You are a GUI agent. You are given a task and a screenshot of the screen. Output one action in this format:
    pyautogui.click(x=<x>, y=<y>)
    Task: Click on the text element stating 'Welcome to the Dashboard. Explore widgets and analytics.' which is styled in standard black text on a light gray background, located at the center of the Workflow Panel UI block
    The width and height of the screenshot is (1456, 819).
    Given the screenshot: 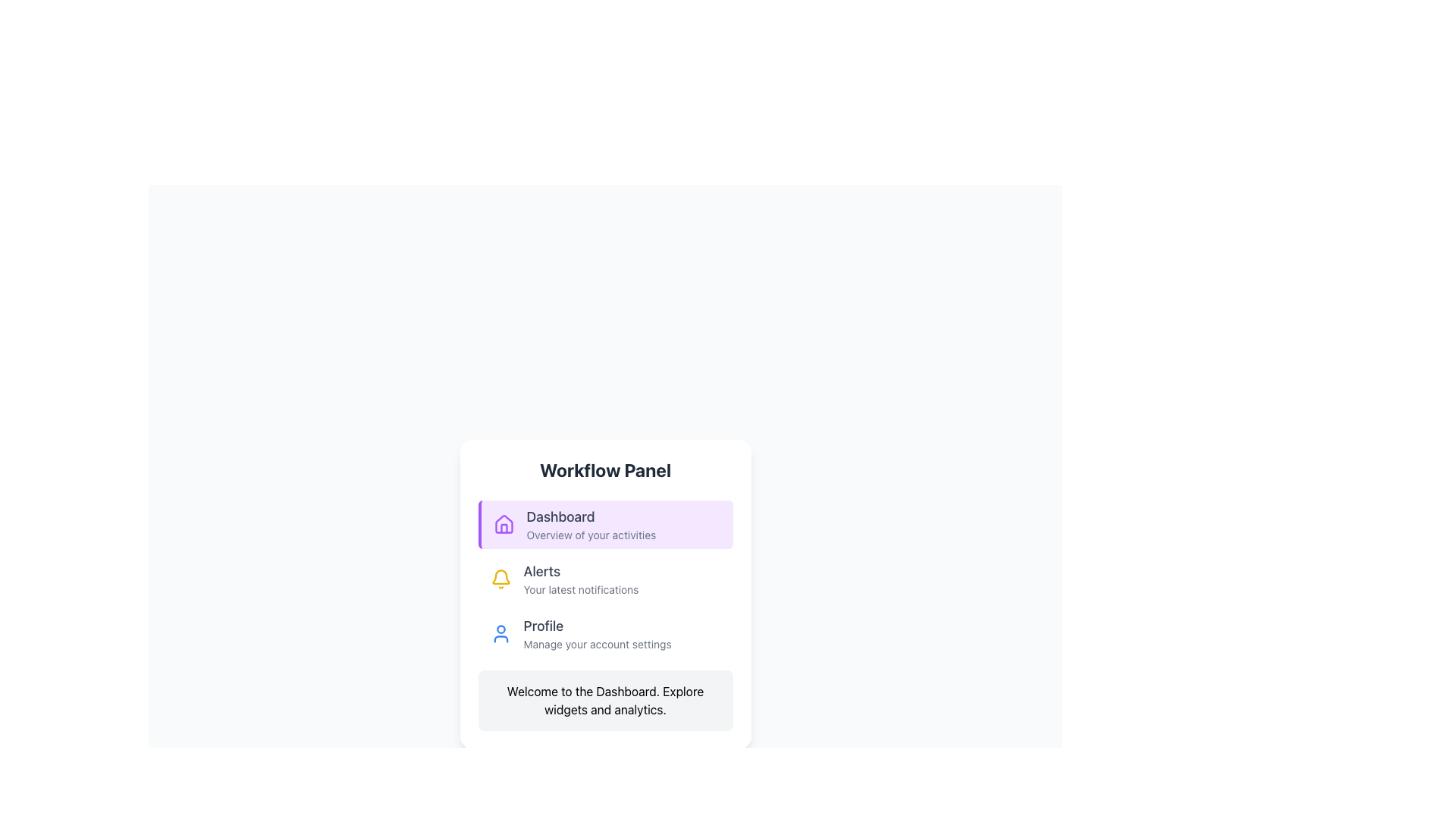 What is the action you would take?
    pyautogui.click(x=604, y=701)
    